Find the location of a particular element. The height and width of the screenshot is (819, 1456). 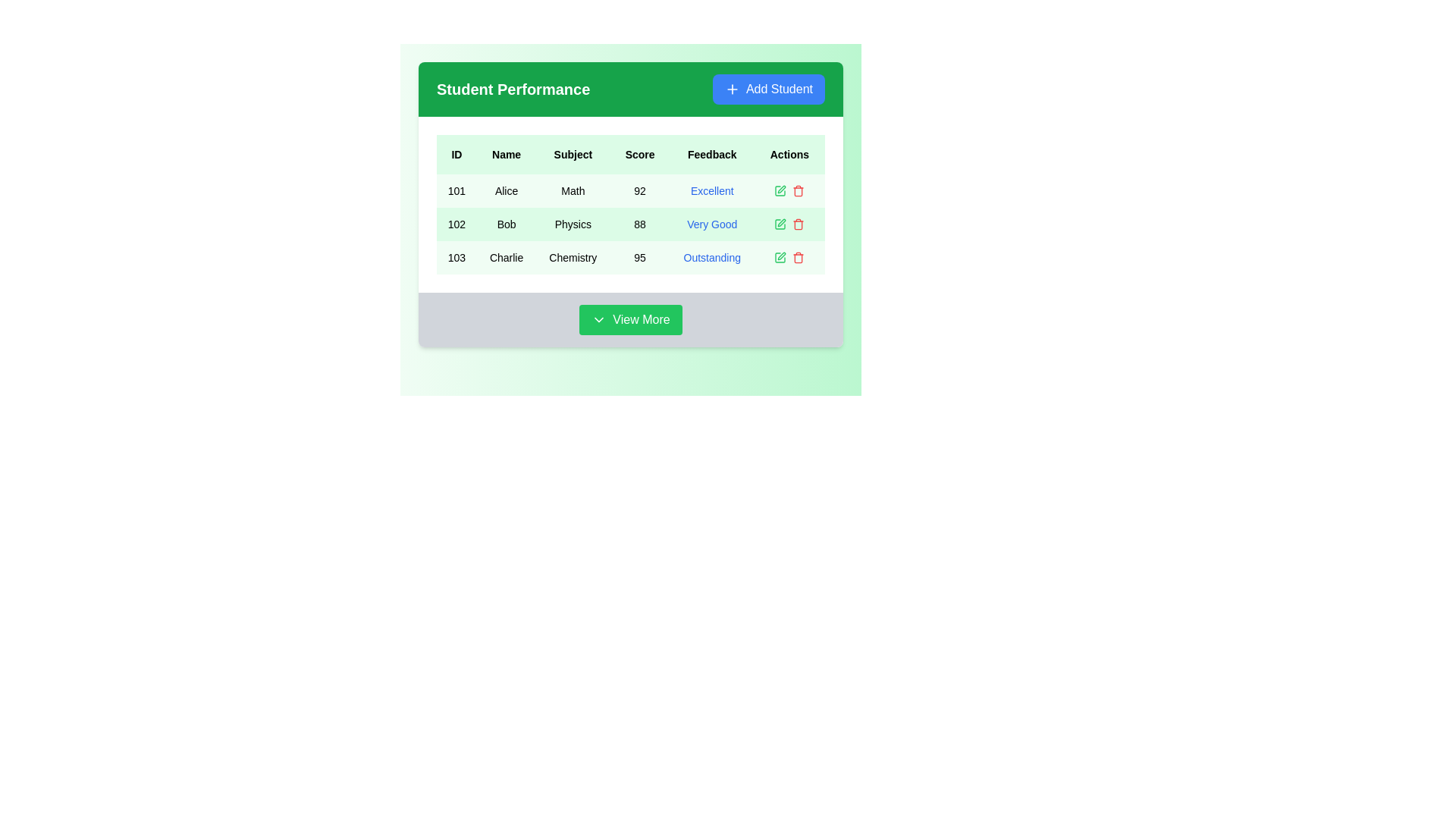

the 'Actions' text label, which is a bold black label on a light green background, located at the far right of the header row in a table is located at coordinates (789, 155).